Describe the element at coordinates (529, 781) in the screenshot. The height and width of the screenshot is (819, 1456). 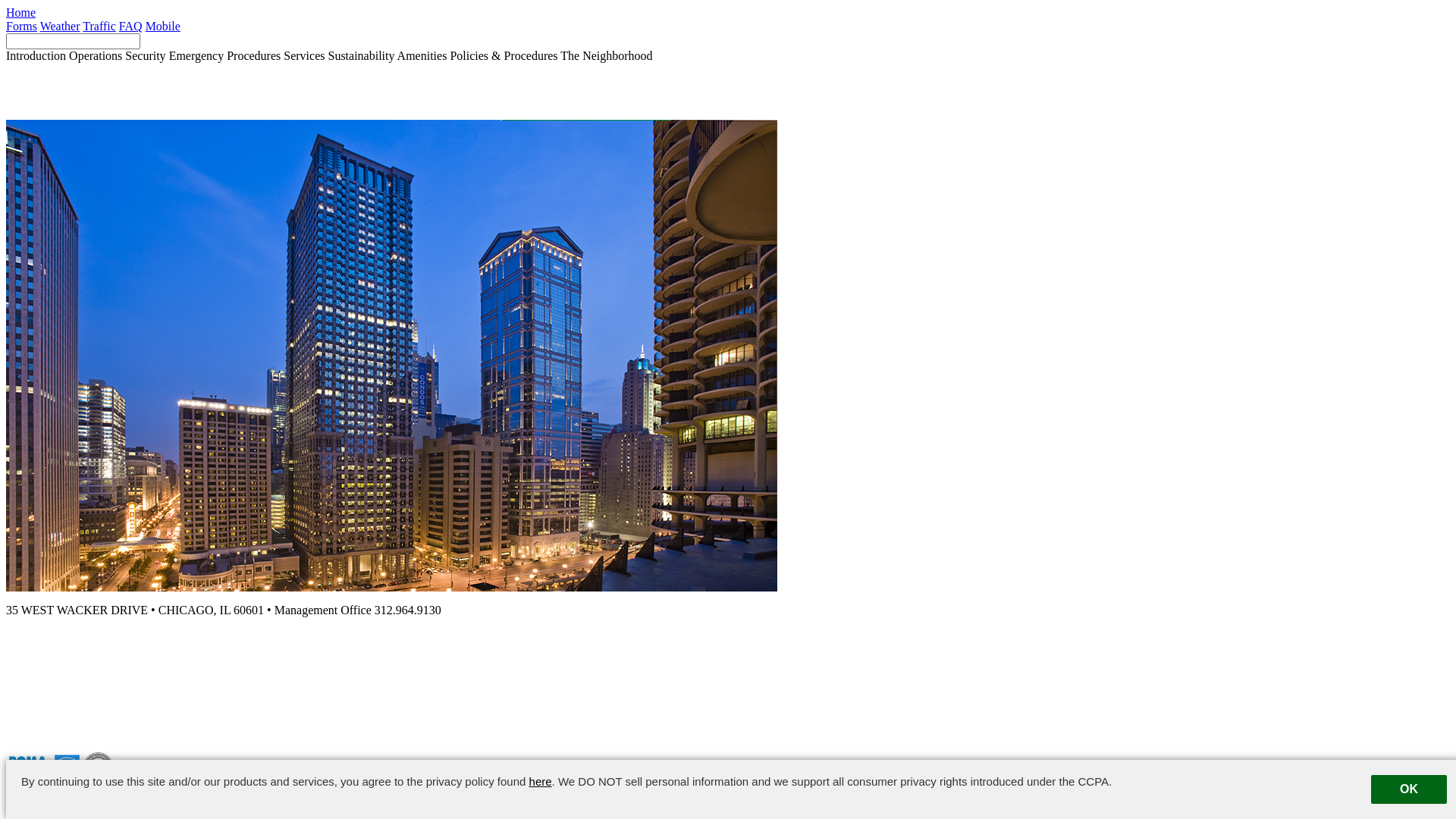
I see `'here'` at that location.